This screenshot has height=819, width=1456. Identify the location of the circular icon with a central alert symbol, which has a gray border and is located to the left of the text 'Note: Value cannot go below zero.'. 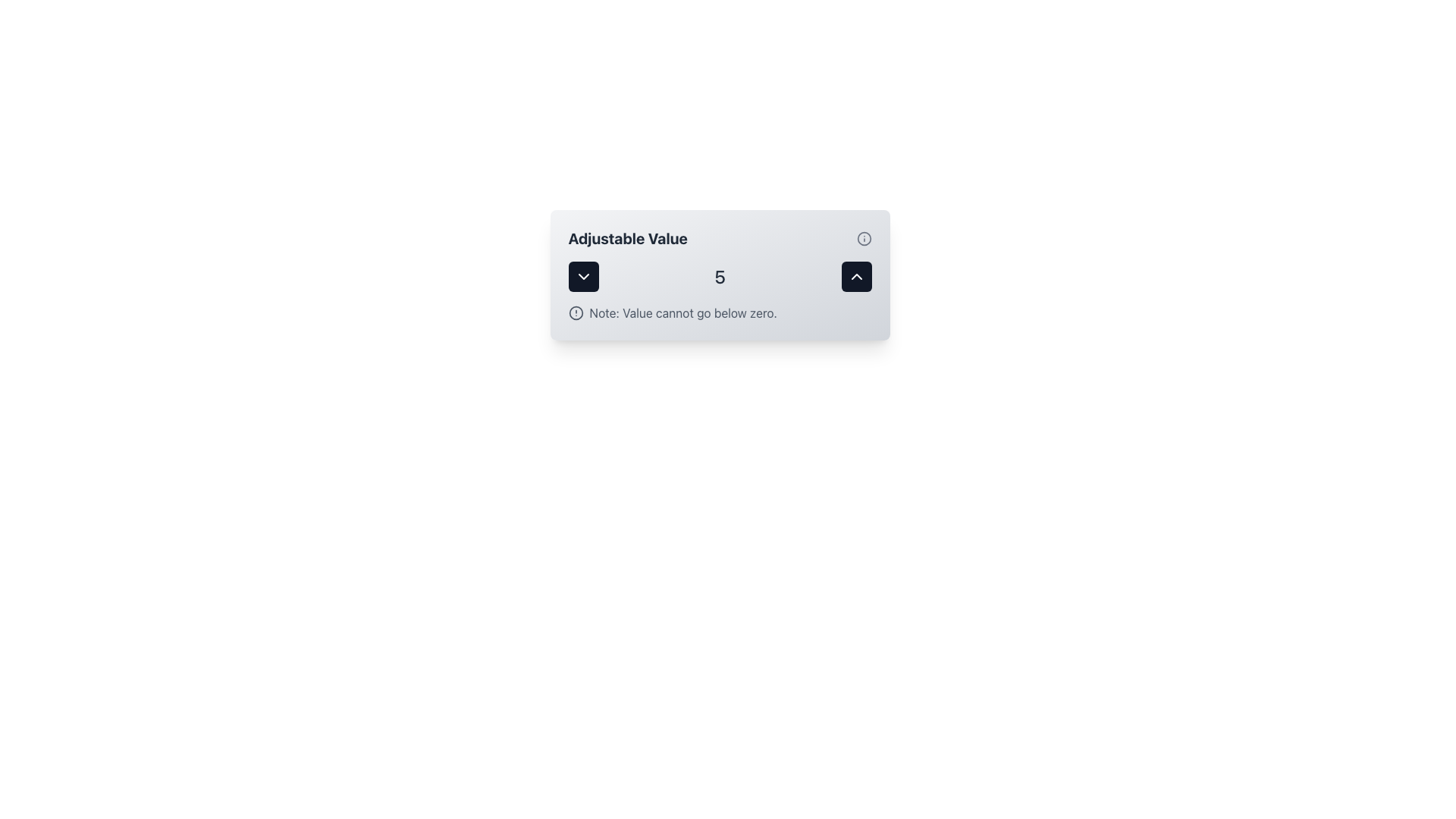
(575, 312).